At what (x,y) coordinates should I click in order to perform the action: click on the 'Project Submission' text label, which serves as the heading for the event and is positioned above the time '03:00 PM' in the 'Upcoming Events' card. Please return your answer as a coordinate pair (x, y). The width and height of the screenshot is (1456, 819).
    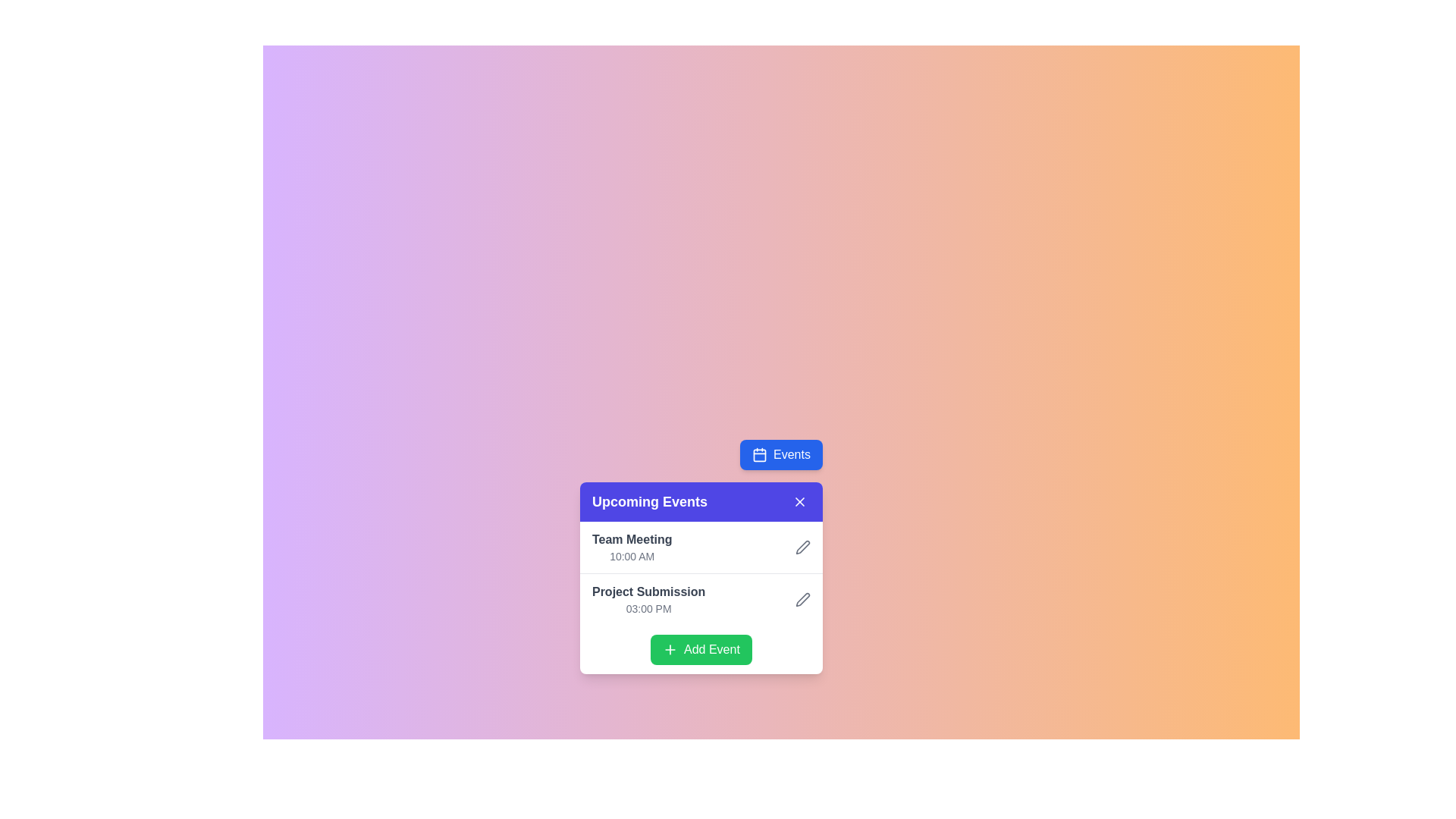
    Looking at the image, I should click on (648, 591).